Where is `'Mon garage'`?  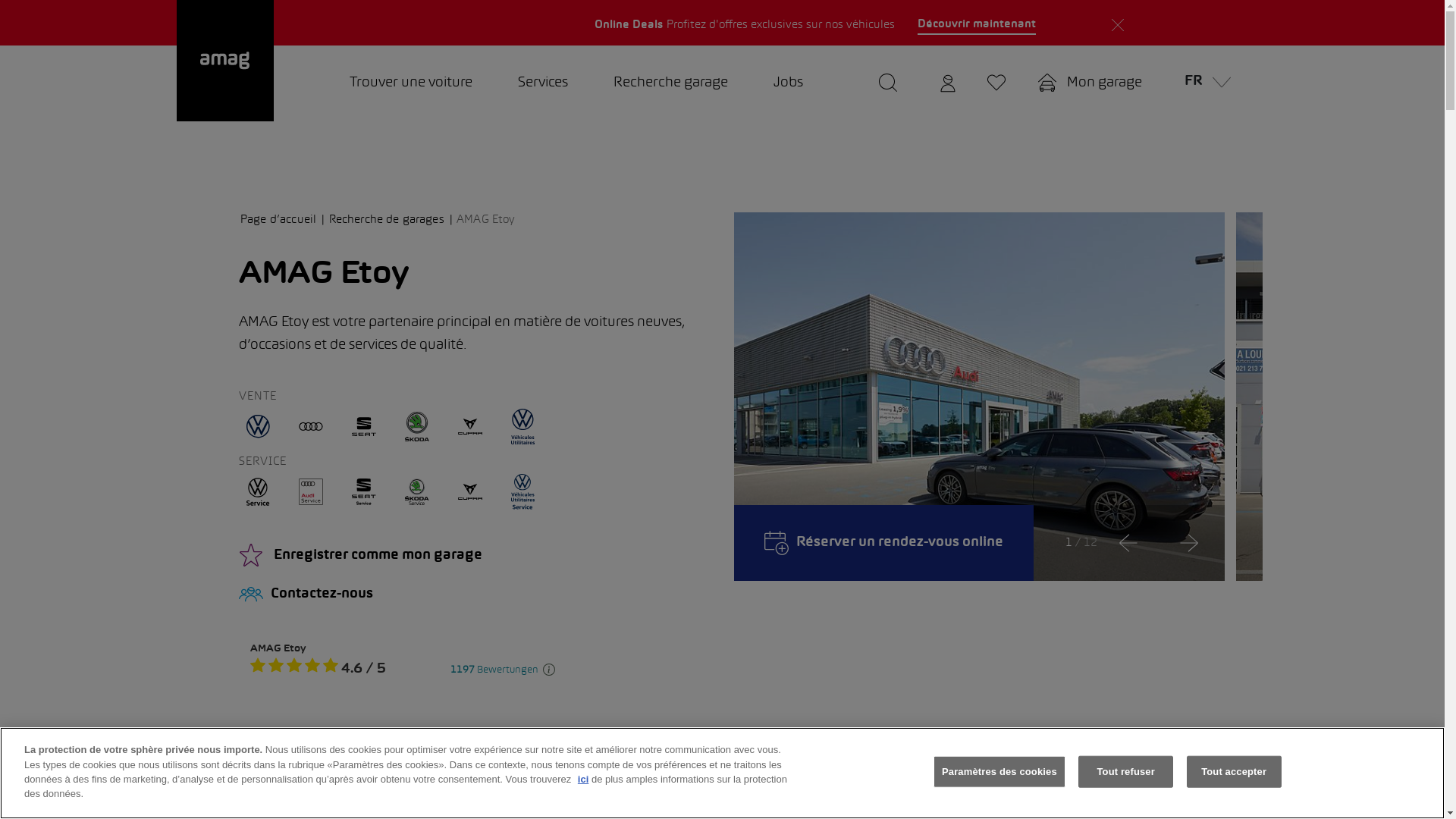 'Mon garage' is located at coordinates (1028, 83).